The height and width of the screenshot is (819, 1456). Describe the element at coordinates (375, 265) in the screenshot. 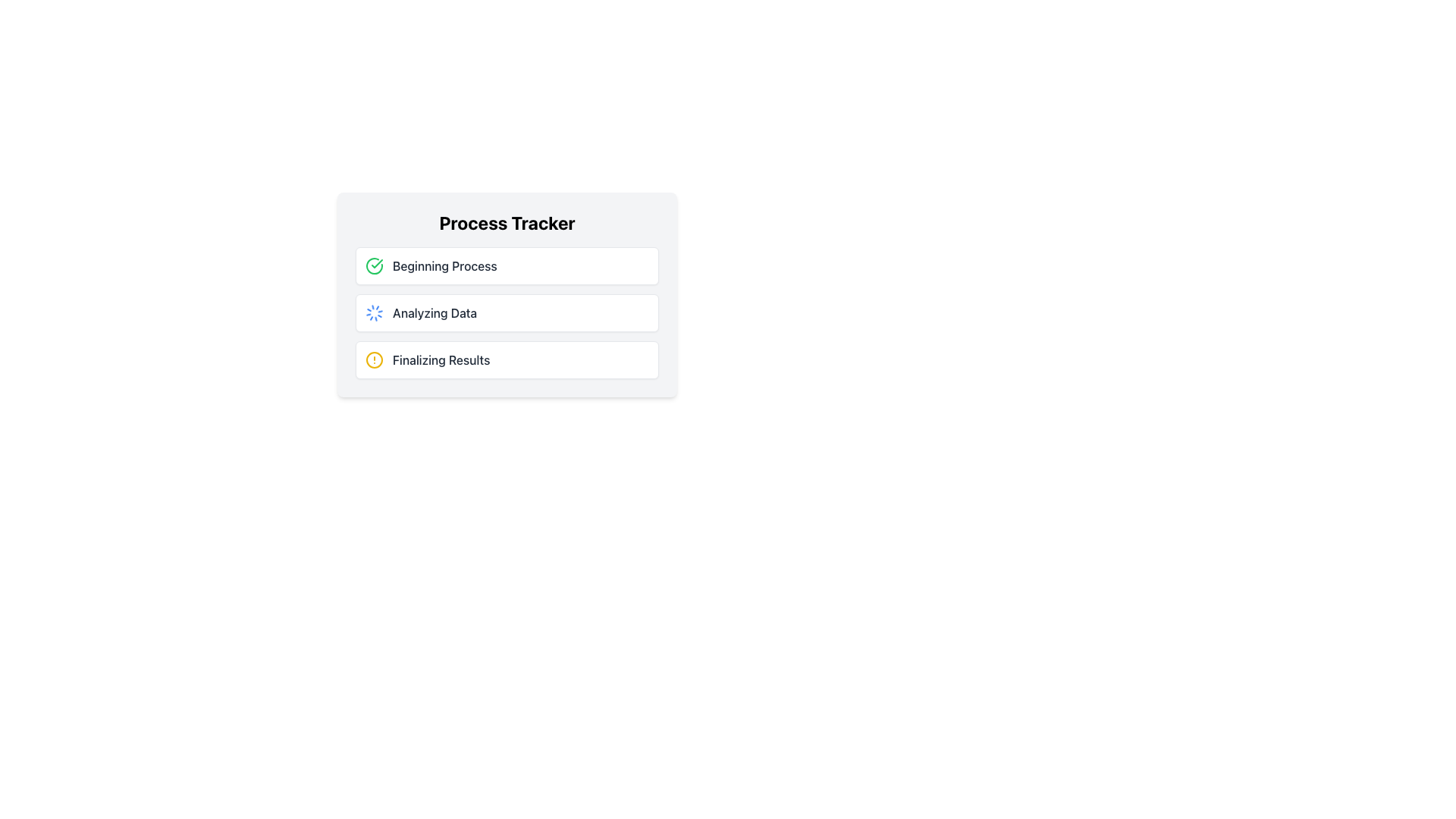

I see `the visual indicator icon that signifies the completion of the 'Beginning Process' step, located next to the 'Beginning Process' text label in the process tracking section` at that location.